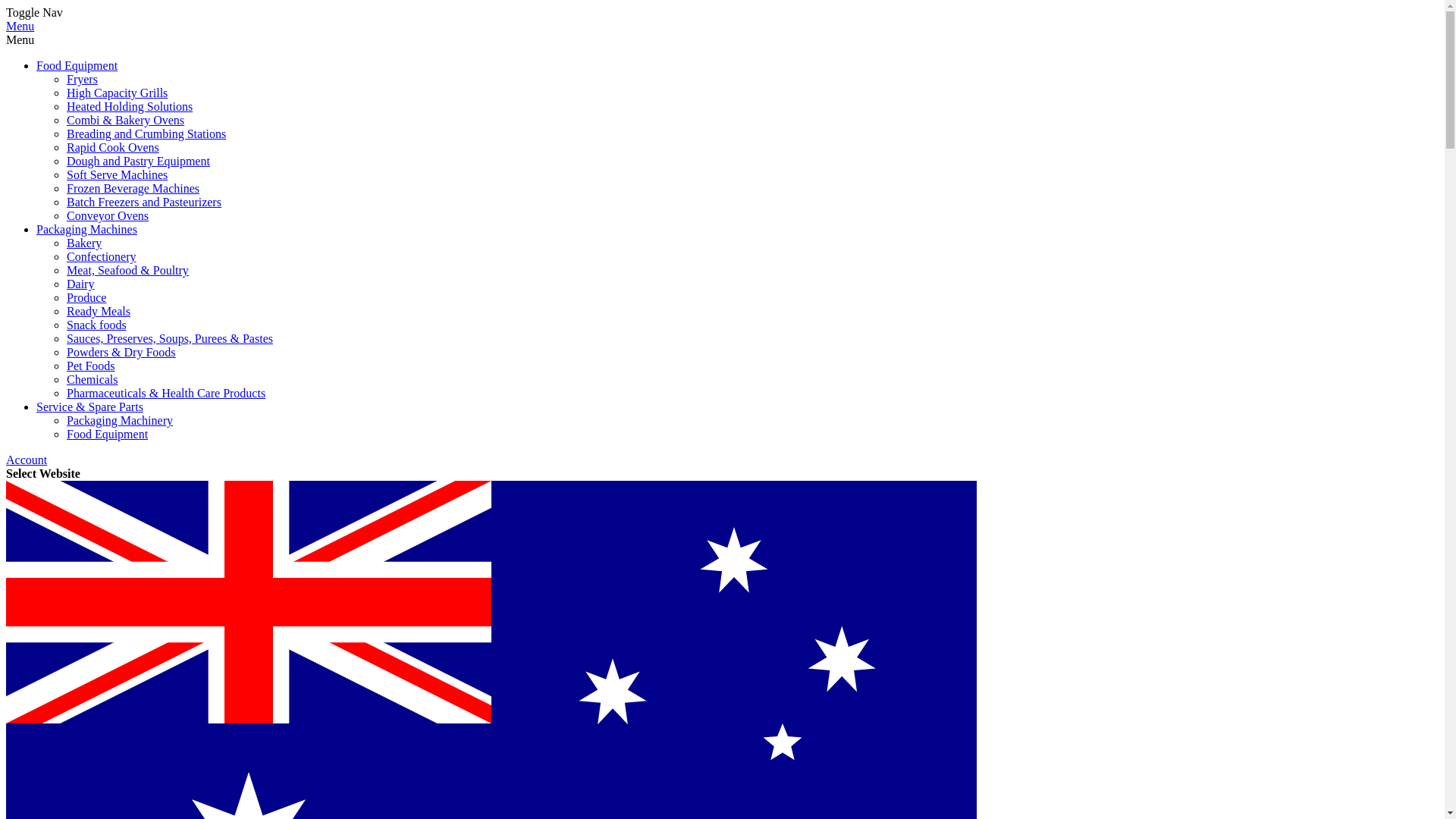 The height and width of the screenshot is (819, 1456). What do you see at coordinates (76, 64) in the screenshot?
I see `'Food Equipment'` at bounding box center [76, 64].